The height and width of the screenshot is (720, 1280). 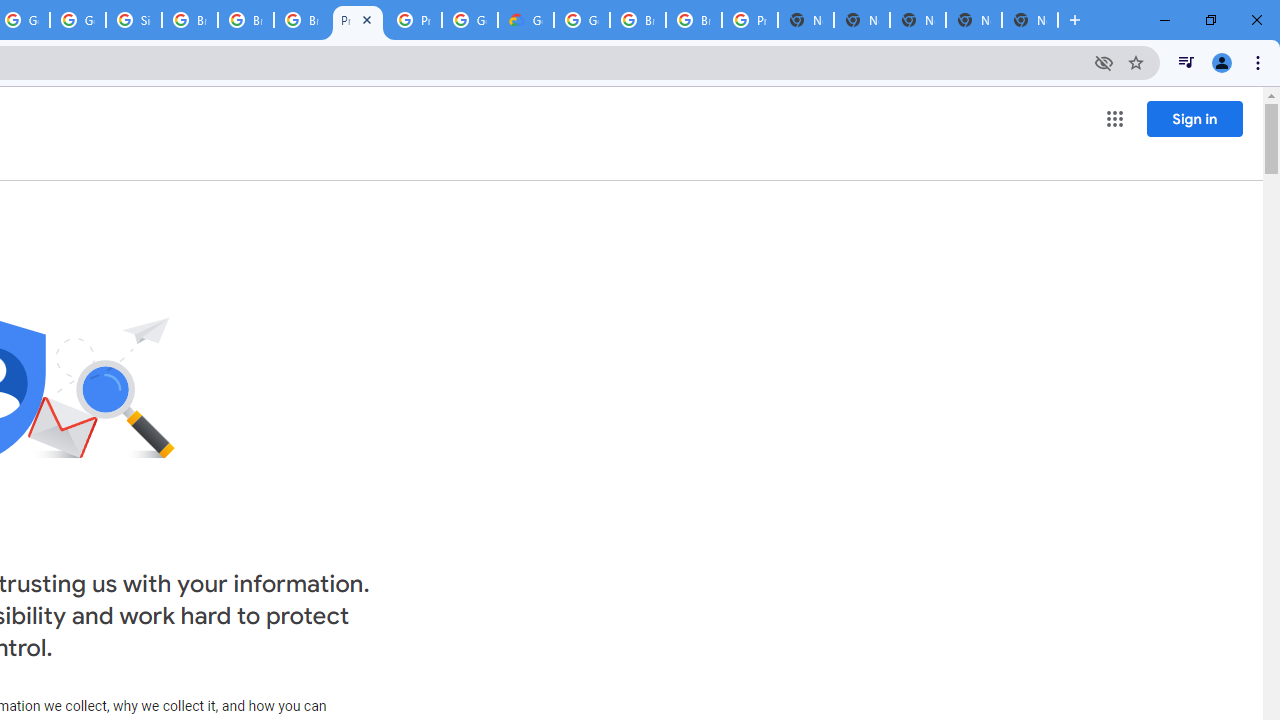 I want to click on 'New Tab', so click(x=1030, y=20).